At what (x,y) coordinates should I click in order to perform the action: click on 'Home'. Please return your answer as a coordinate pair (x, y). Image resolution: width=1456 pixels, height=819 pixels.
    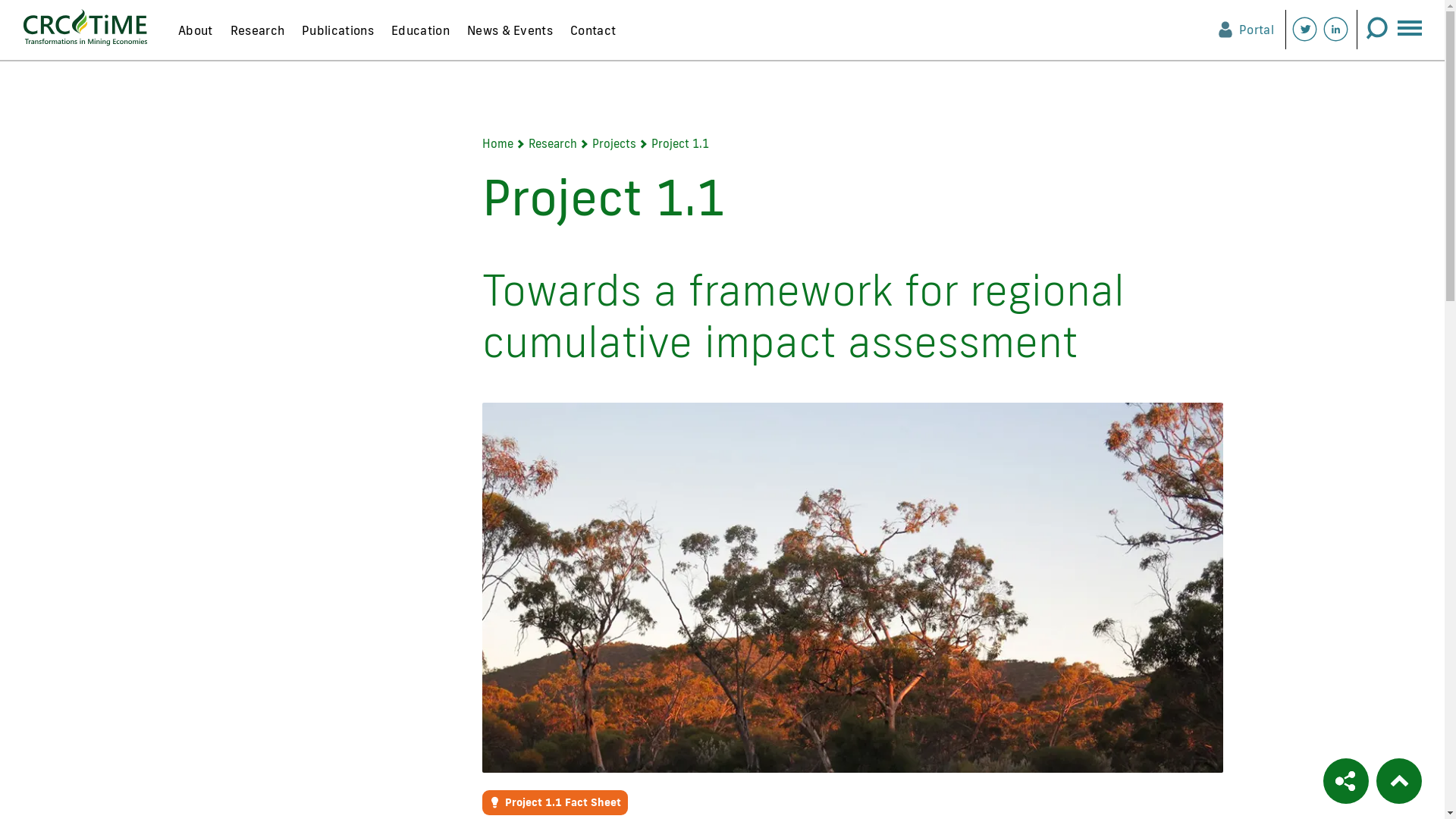
    Looking at the image, I should click on (497, 143).